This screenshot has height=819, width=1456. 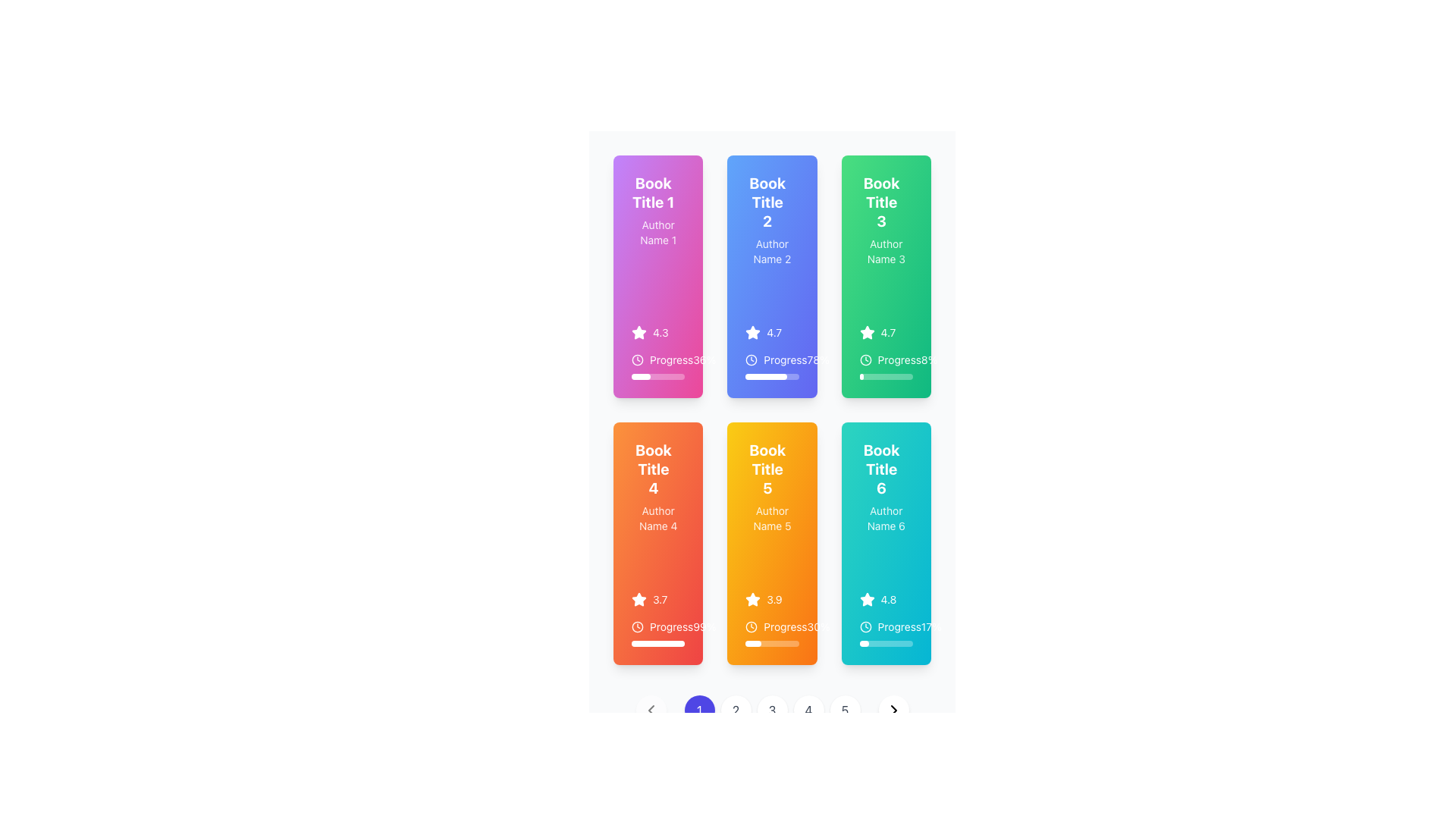 I want to click on the Informational card displaying 'Book Title 6', so click(x=886, y=543).